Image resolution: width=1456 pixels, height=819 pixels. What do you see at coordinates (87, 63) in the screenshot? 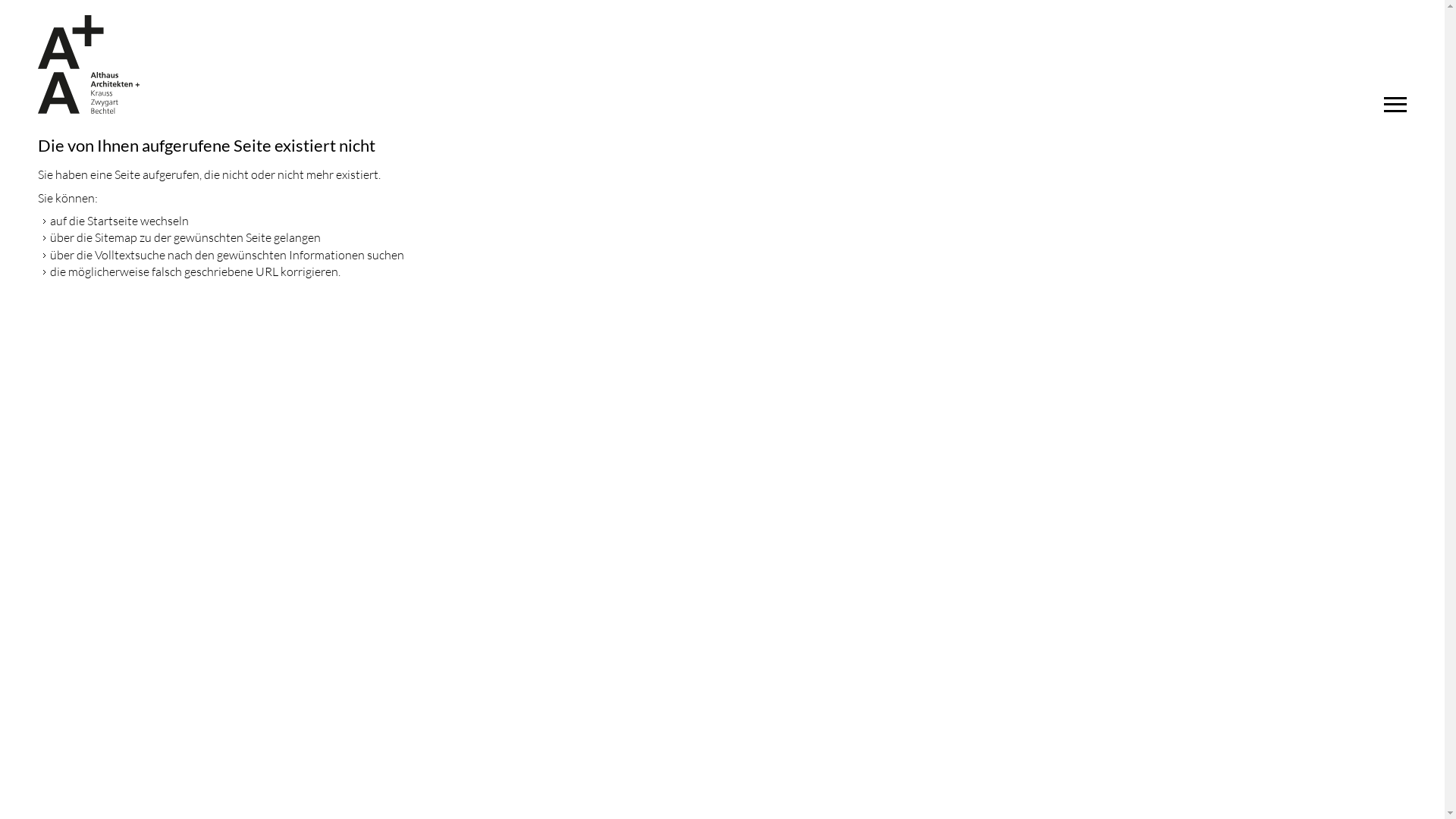
I see `'Zur Startseite'` at bounding box center [87, 63].